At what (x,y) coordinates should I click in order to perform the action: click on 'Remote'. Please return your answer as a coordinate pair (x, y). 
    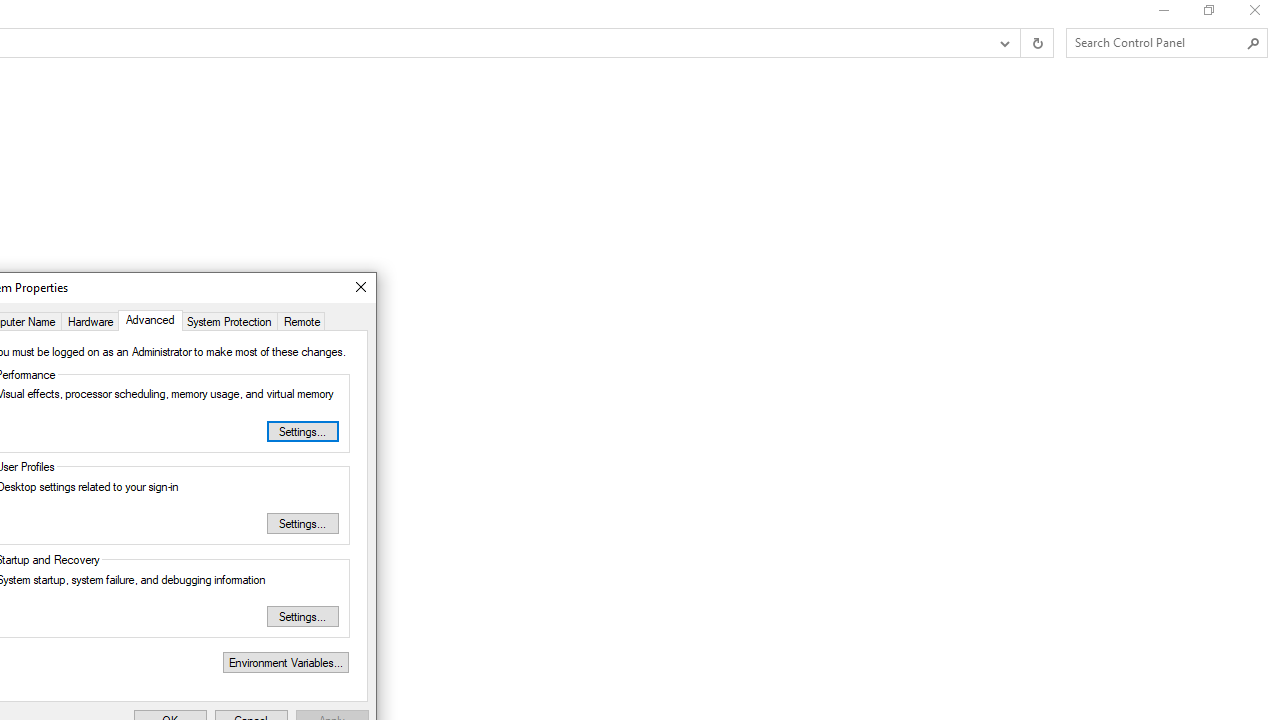
    Looking at the image, I should click on (301, 319).